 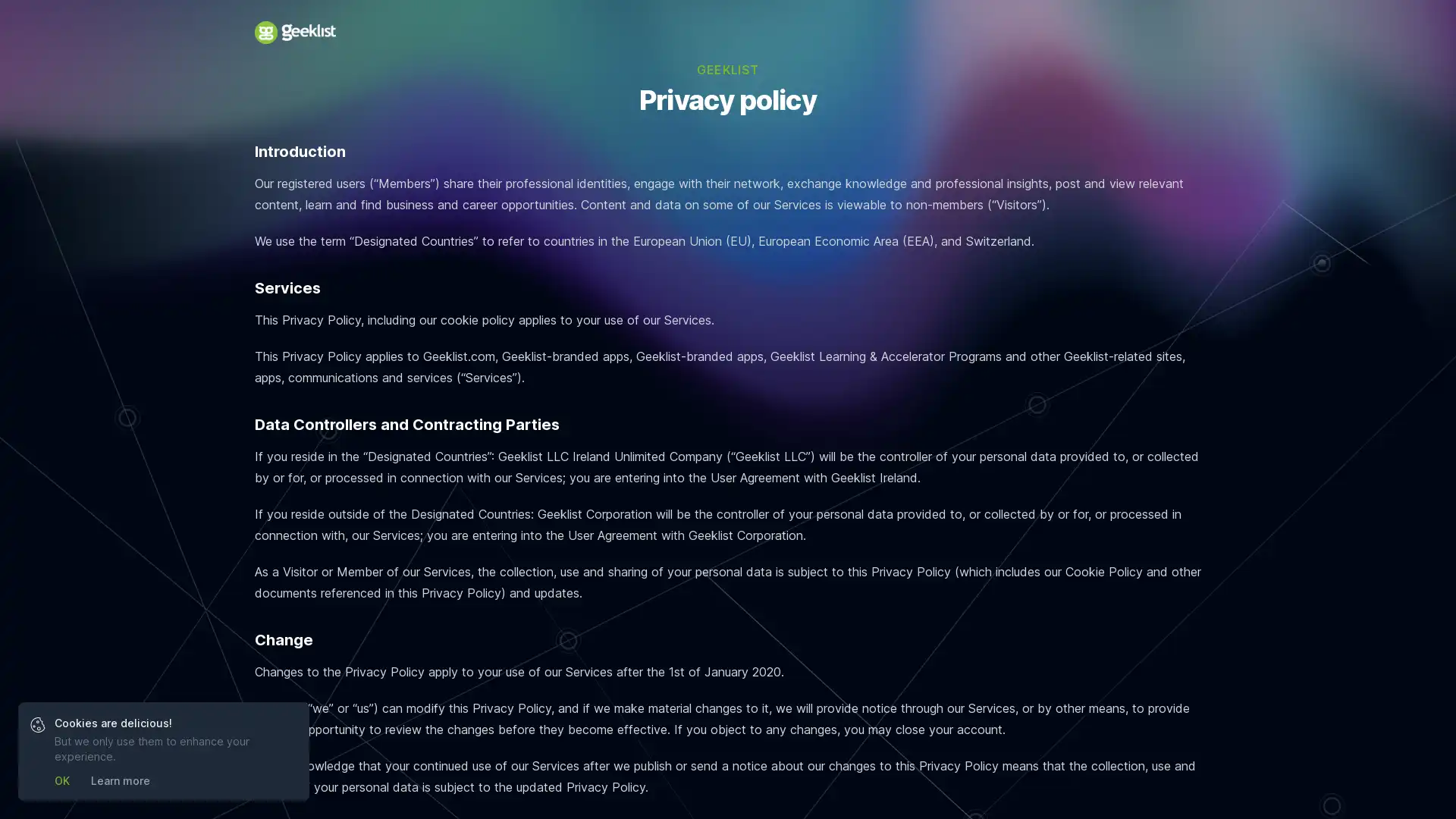 What do you see at coordinates (61, 780) in the screenshot?
I see `OK` at bounding box center [61, 780].